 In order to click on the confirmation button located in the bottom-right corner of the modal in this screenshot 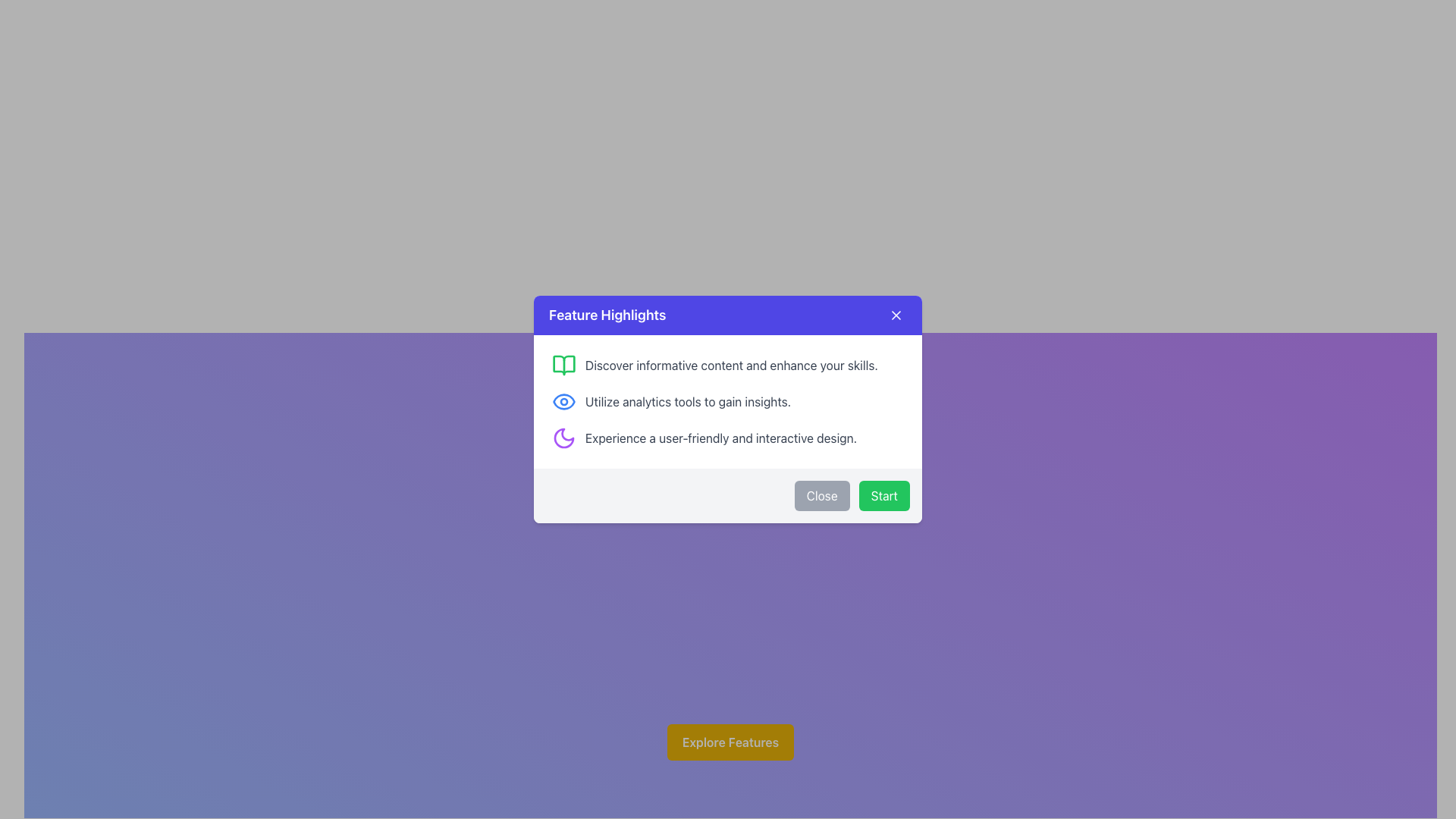, I will do `click(884, 496)`.